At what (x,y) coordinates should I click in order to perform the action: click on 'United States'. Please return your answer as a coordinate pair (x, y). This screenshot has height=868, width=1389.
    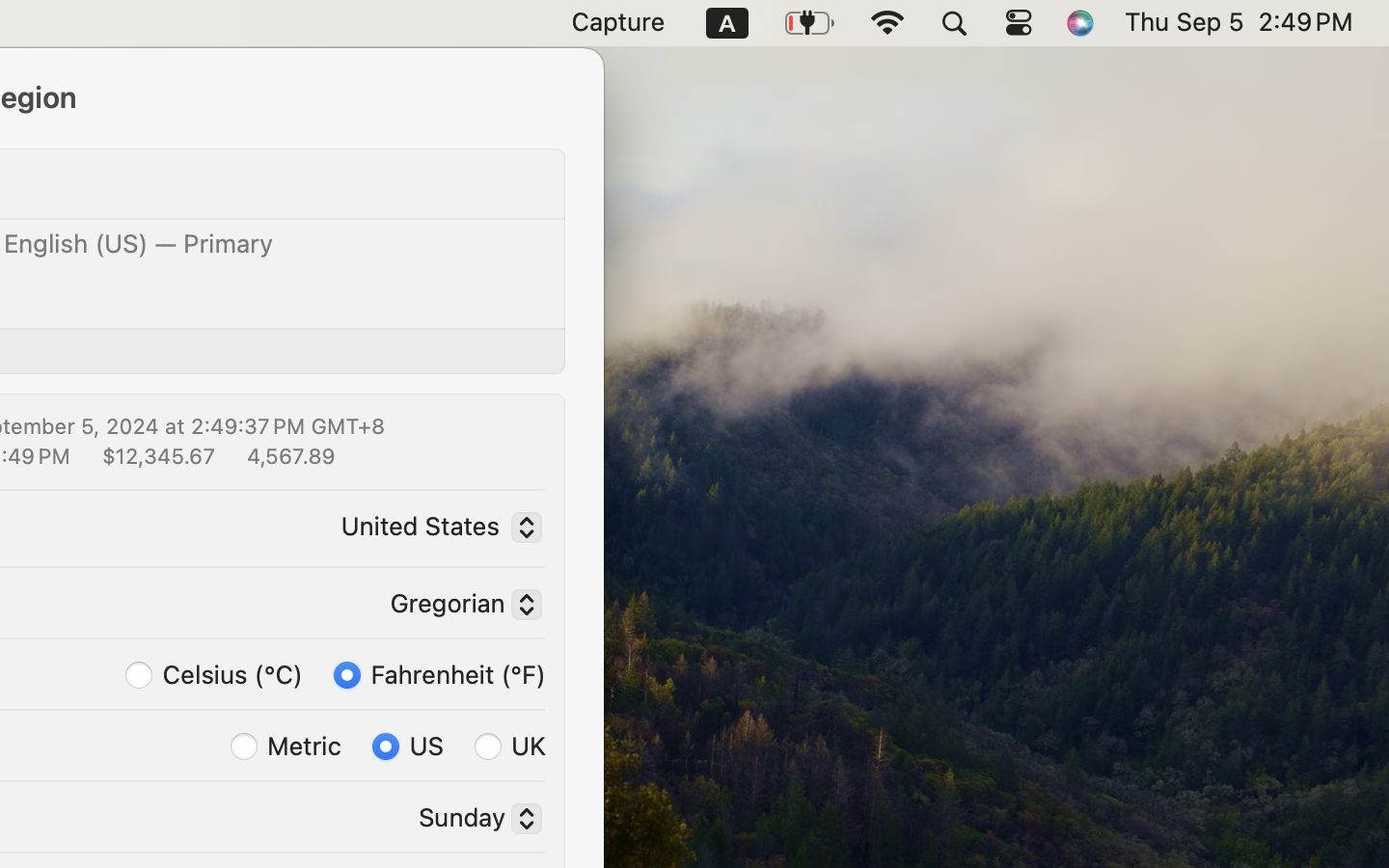
    Looking at the image, I should click on (436, 529).